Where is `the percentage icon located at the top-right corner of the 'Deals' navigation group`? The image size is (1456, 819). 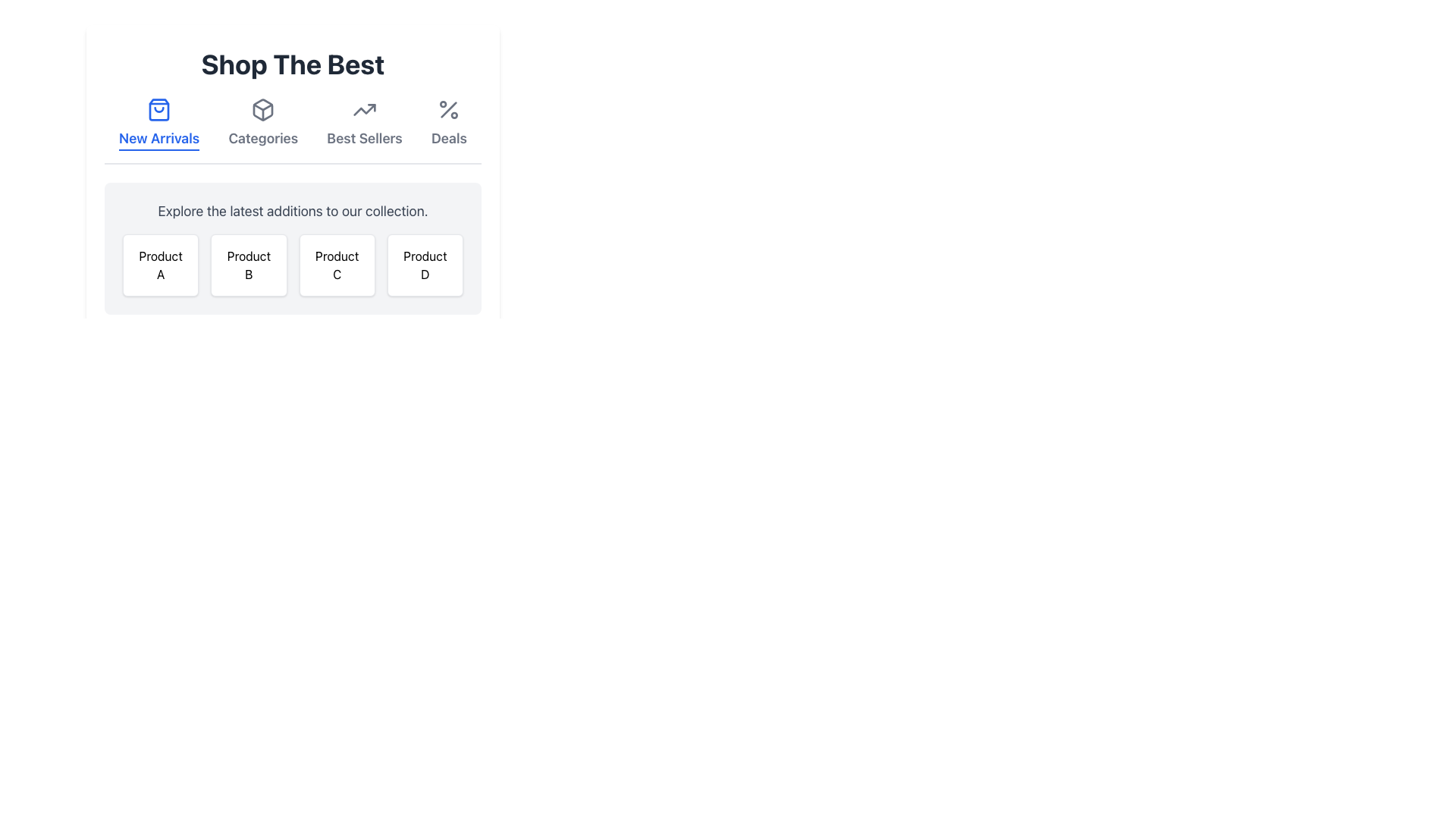 the percentage icon located at the top-right corner of the 'Deals' navigation group is located at coordinates (448, 109).